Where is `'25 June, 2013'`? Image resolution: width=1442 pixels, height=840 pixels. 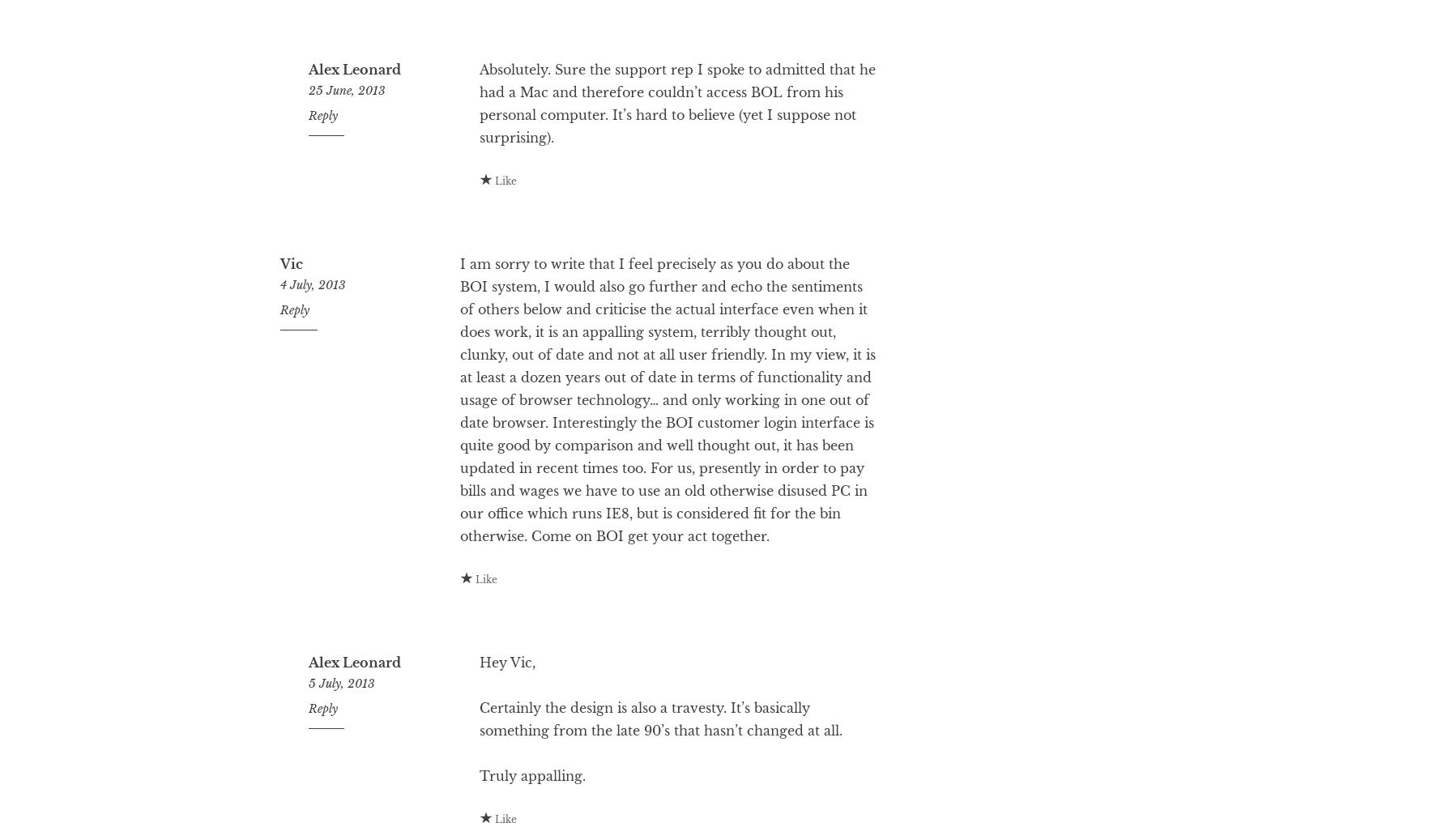 '25 June, 2013' is located at coordinates (346, 154).